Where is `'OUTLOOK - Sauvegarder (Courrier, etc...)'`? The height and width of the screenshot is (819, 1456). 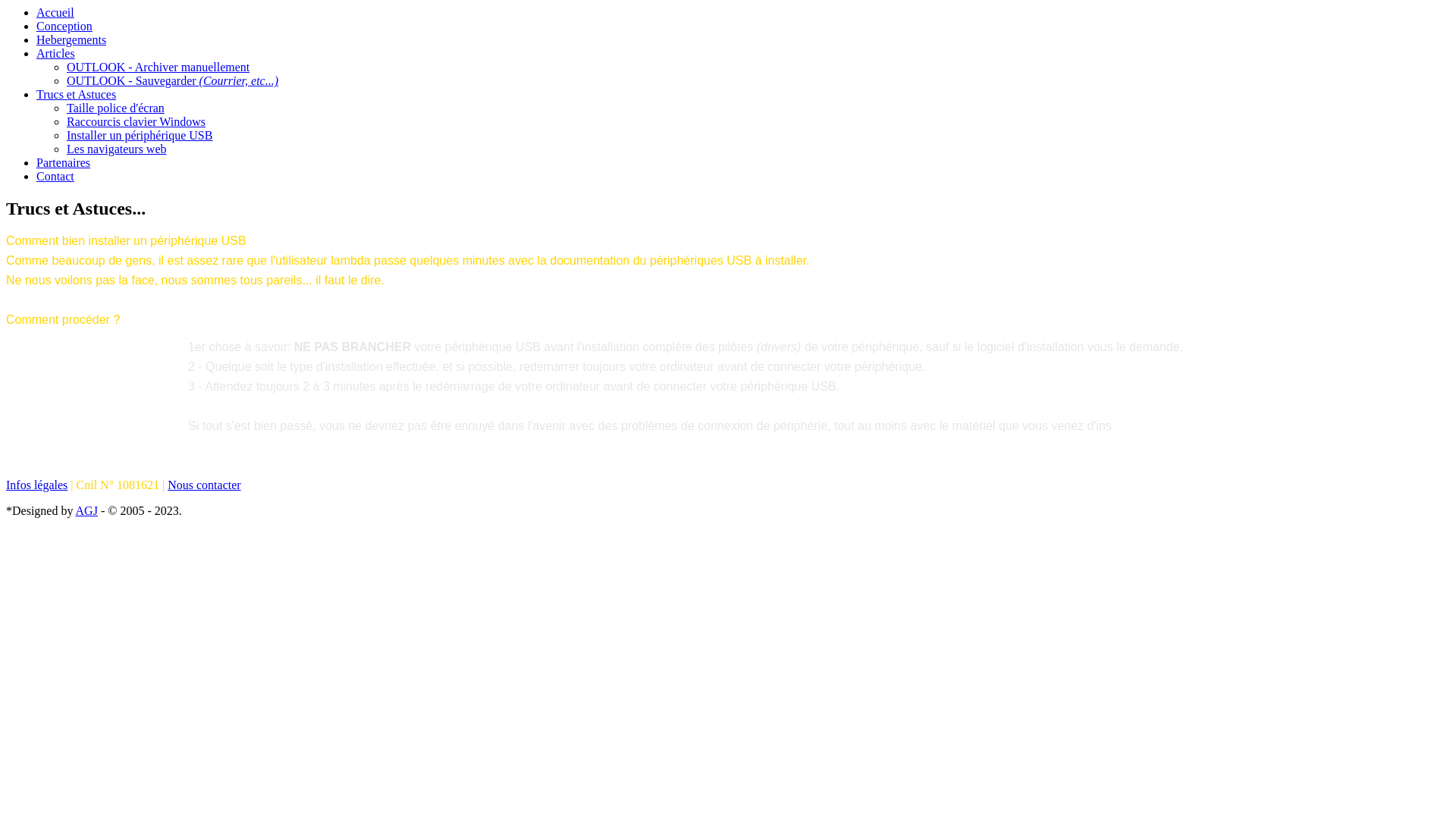 'OUTLOOK - Sauvegarder (Courrier, etc...)' is located at coordinates (172, 80).